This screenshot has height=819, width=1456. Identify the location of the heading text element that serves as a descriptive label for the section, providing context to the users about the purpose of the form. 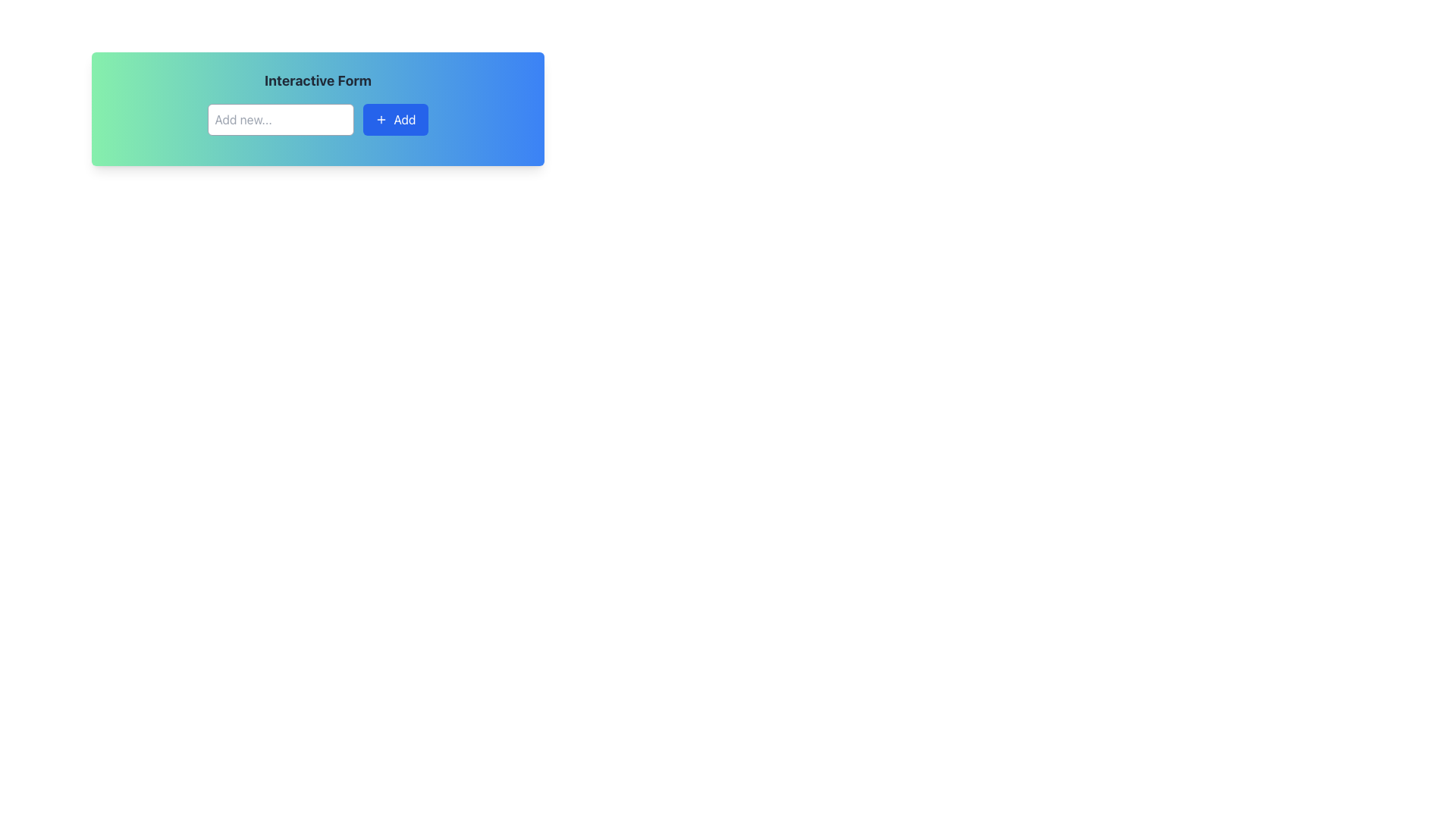
(317, 81).